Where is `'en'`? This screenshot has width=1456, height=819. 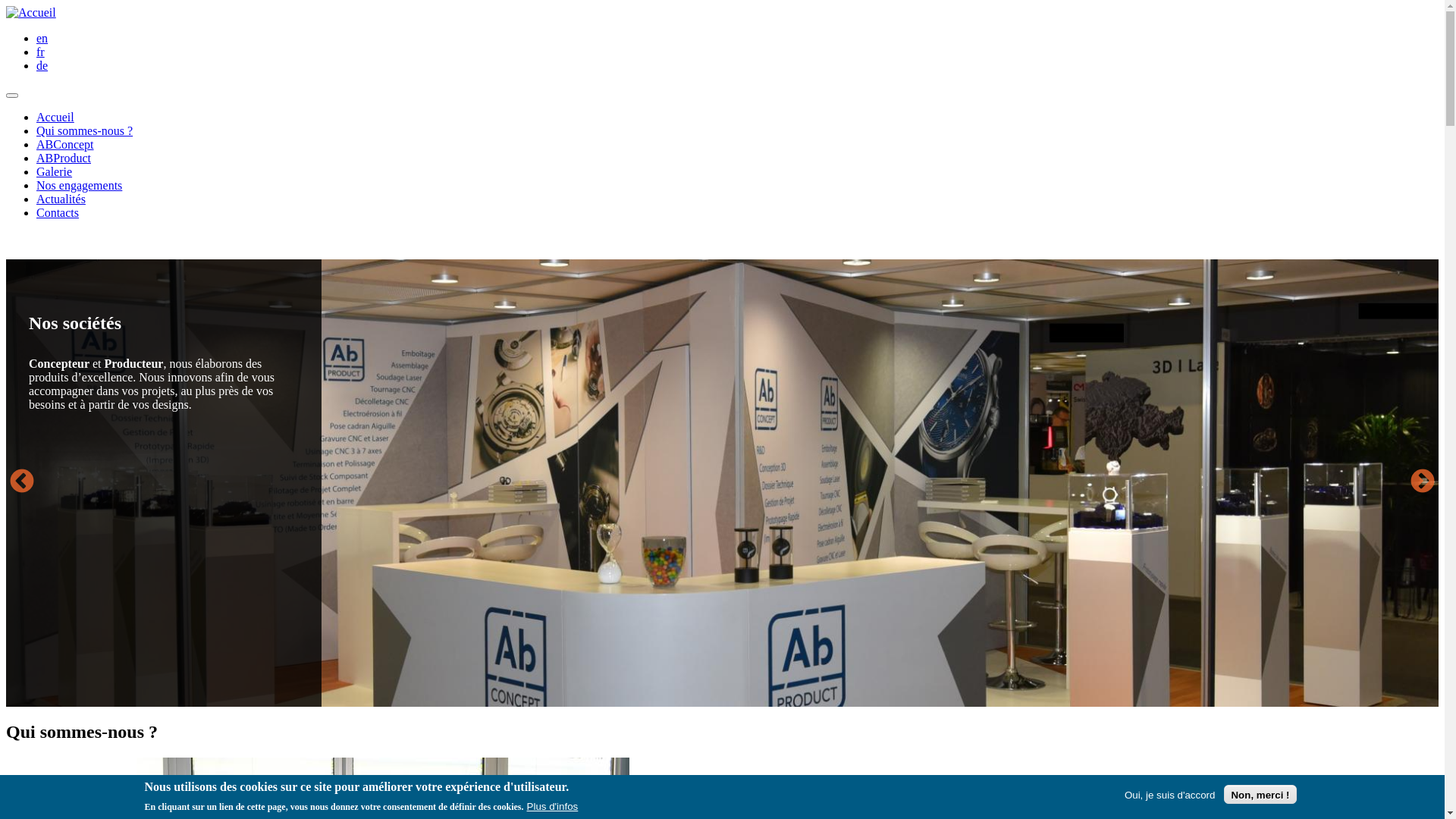
'en' is located at coordinates (36, 37).